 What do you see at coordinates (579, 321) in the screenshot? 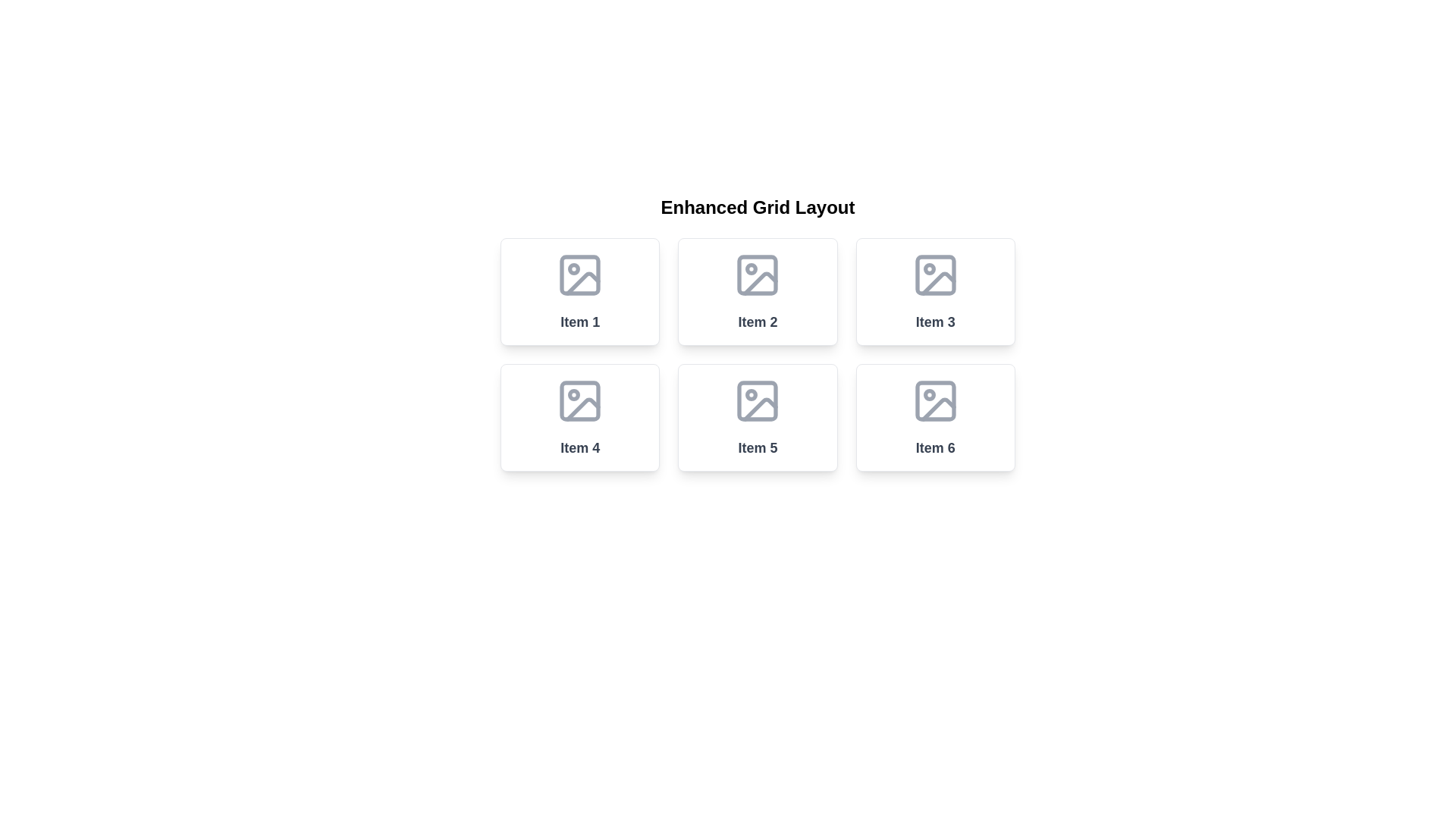
I see `the text label displaying 'Item 1' in bold gray font located at the bottom-center of the first card in the grid layout` at bounding box center [579, 321].